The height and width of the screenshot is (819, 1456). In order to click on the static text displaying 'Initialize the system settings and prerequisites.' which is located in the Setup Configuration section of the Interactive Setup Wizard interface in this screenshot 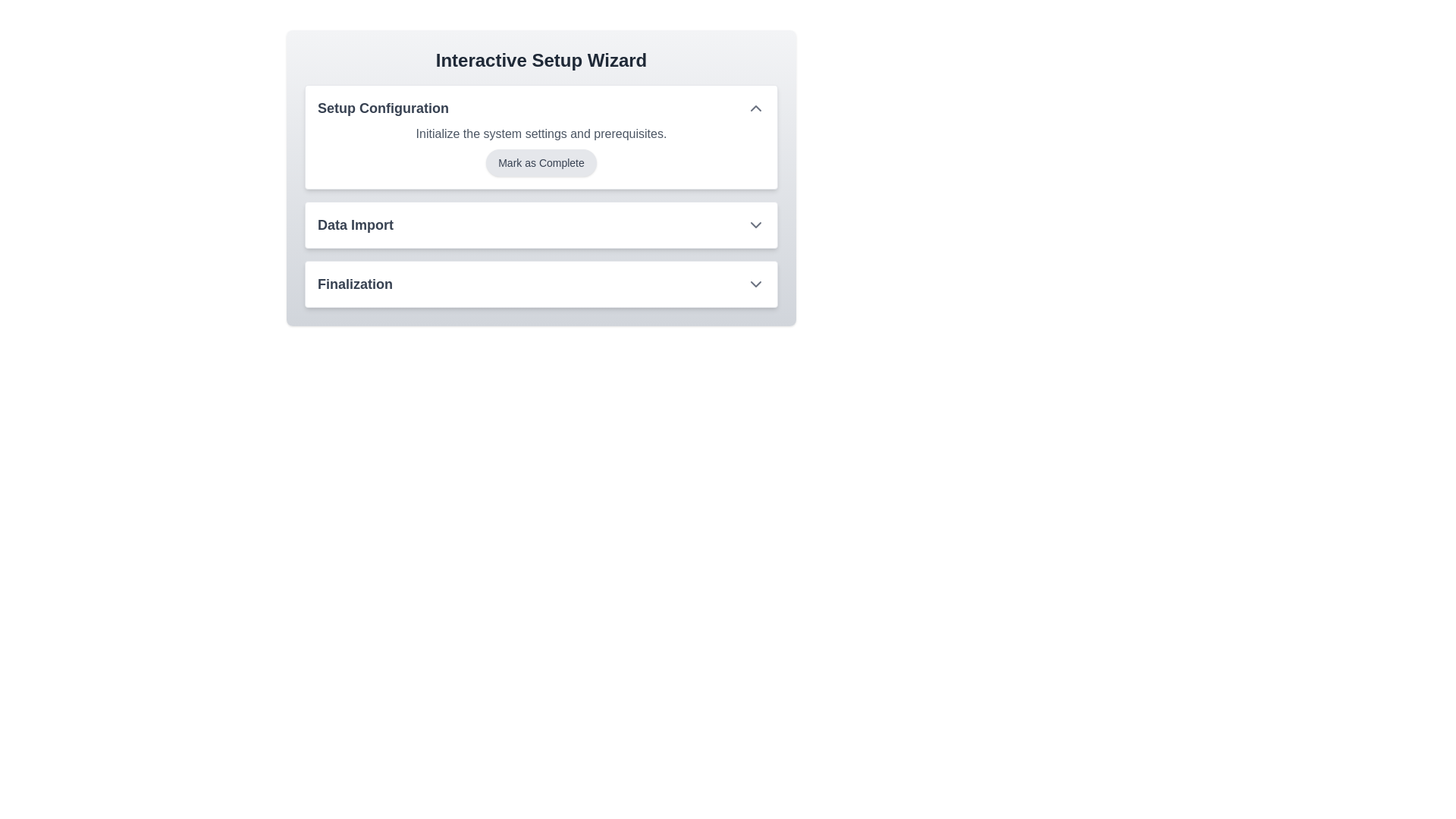, I will do `click(541, 133)`.